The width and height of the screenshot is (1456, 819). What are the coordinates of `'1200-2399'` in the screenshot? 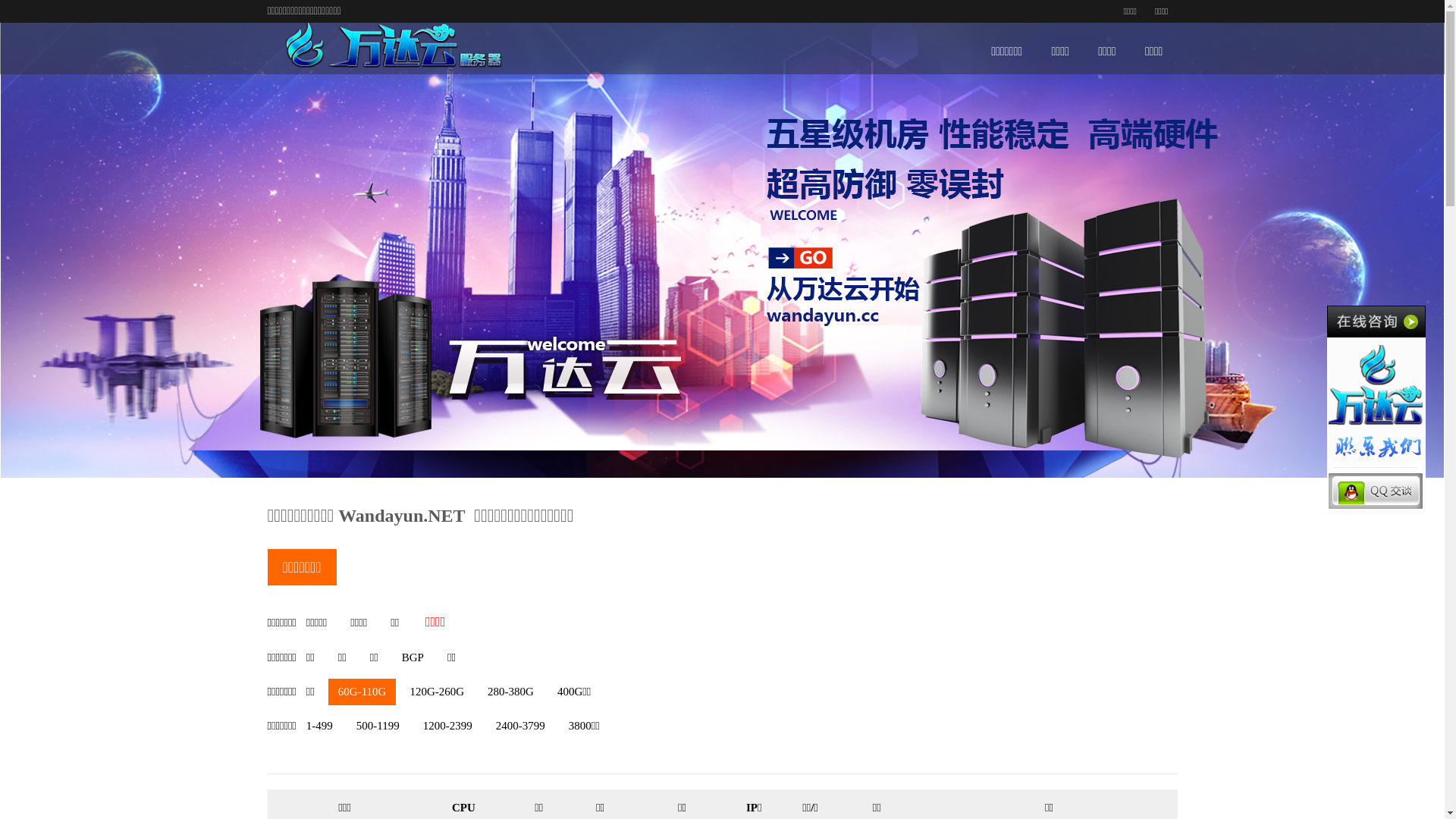 It's located at (447, 725).